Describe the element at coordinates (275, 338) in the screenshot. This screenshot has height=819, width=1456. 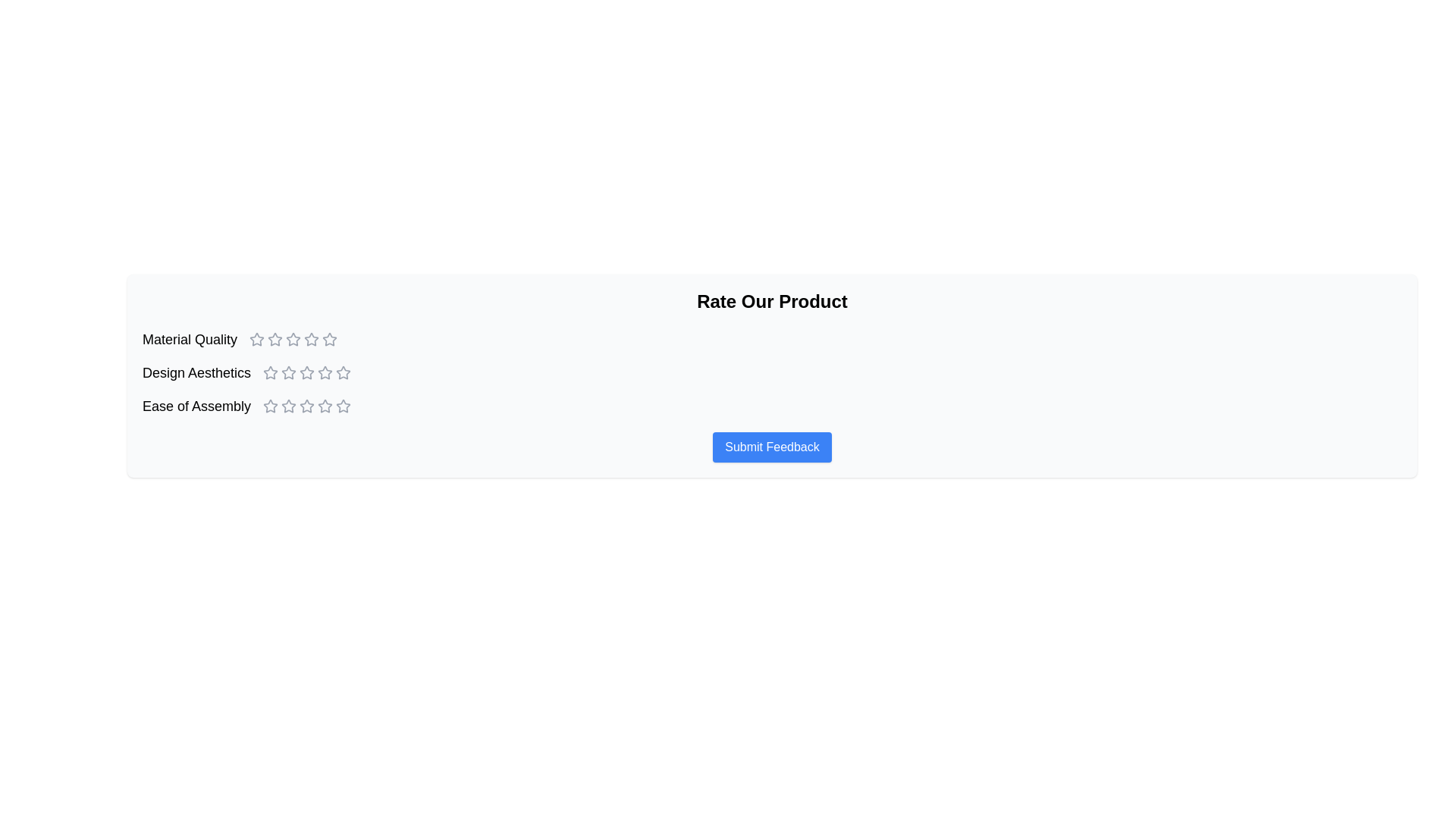
I see `the first star icon to provide a one-star rating for 'Material Quality' in the rating card` at that location.